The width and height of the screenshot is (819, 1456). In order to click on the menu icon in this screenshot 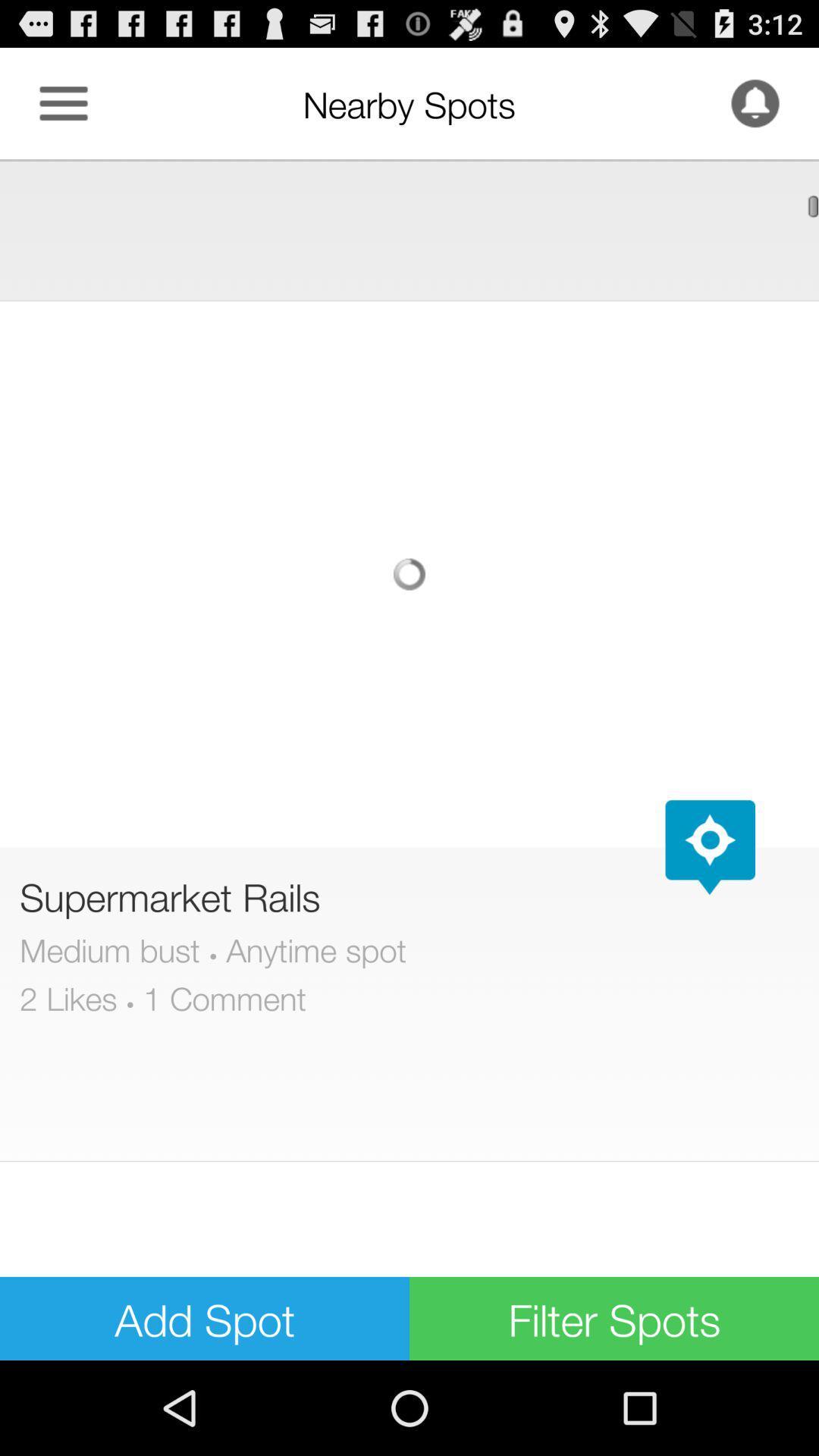, I will do `click(63, 110)`.